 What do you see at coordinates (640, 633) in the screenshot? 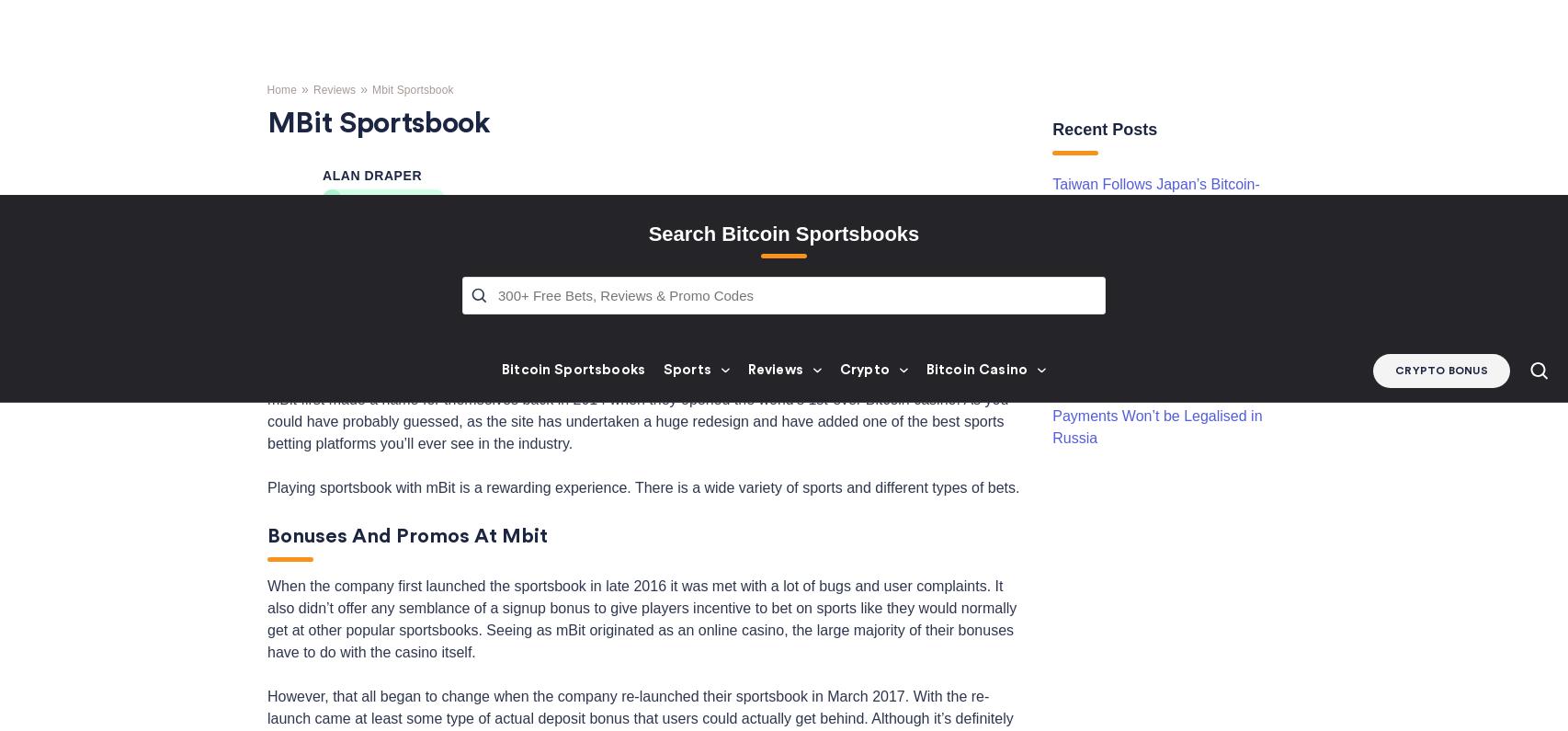
I see `'The only other thing that can be construed as a bonus offered by mBit are special proposition bets on certain sporting events. For example, mBit has paid out bonus monies to players who place a correct wager on the exact final score of a given sporting event. These events do happen, however, they are few and far between. The good news is they will normally shoot out emails the minute these types of bonuses are available, so just keep your inbox on alert!'` at bounding box center [640, 633].